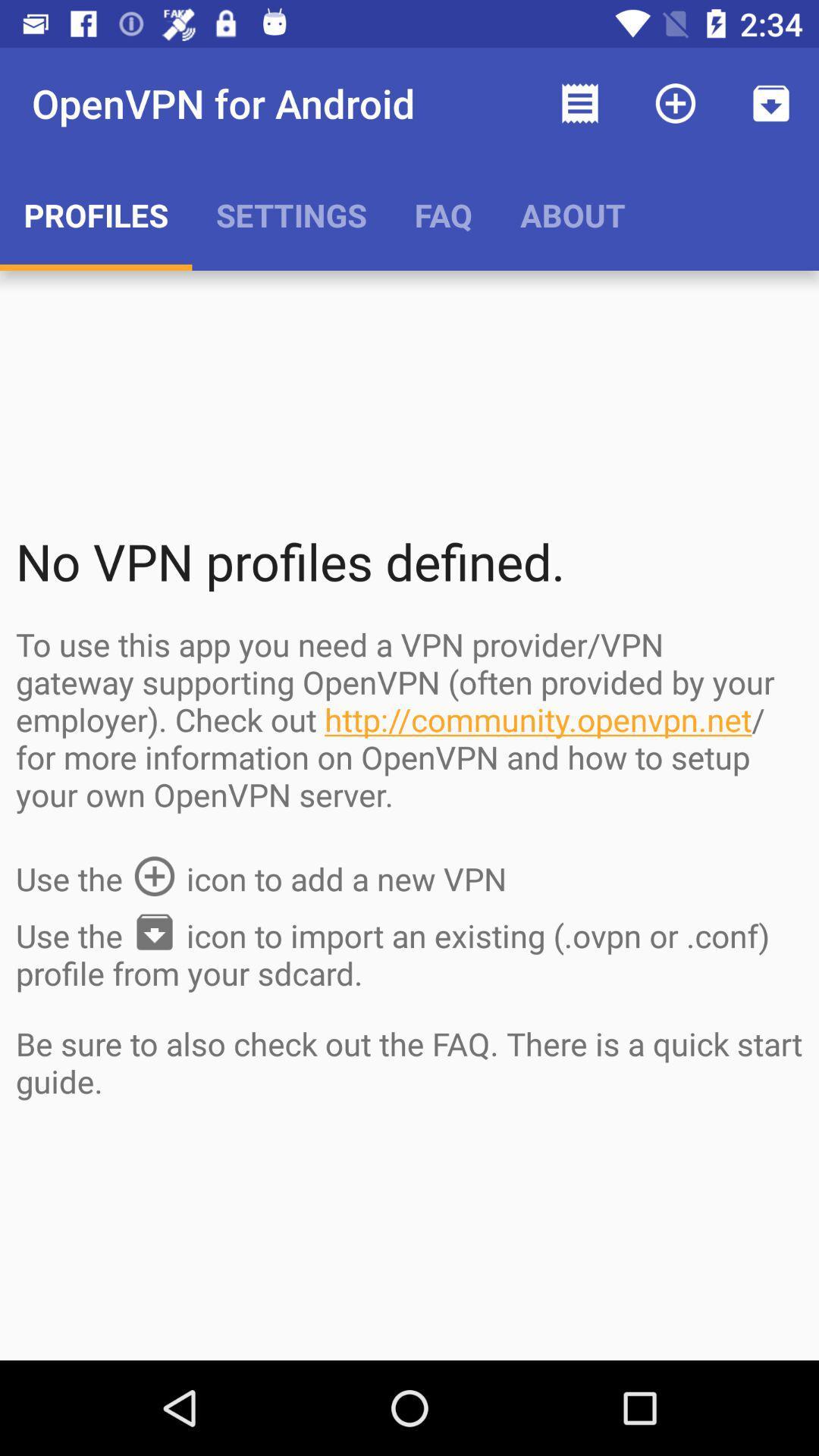  I want to click on app to the right of profiles item, so click(291, 214).